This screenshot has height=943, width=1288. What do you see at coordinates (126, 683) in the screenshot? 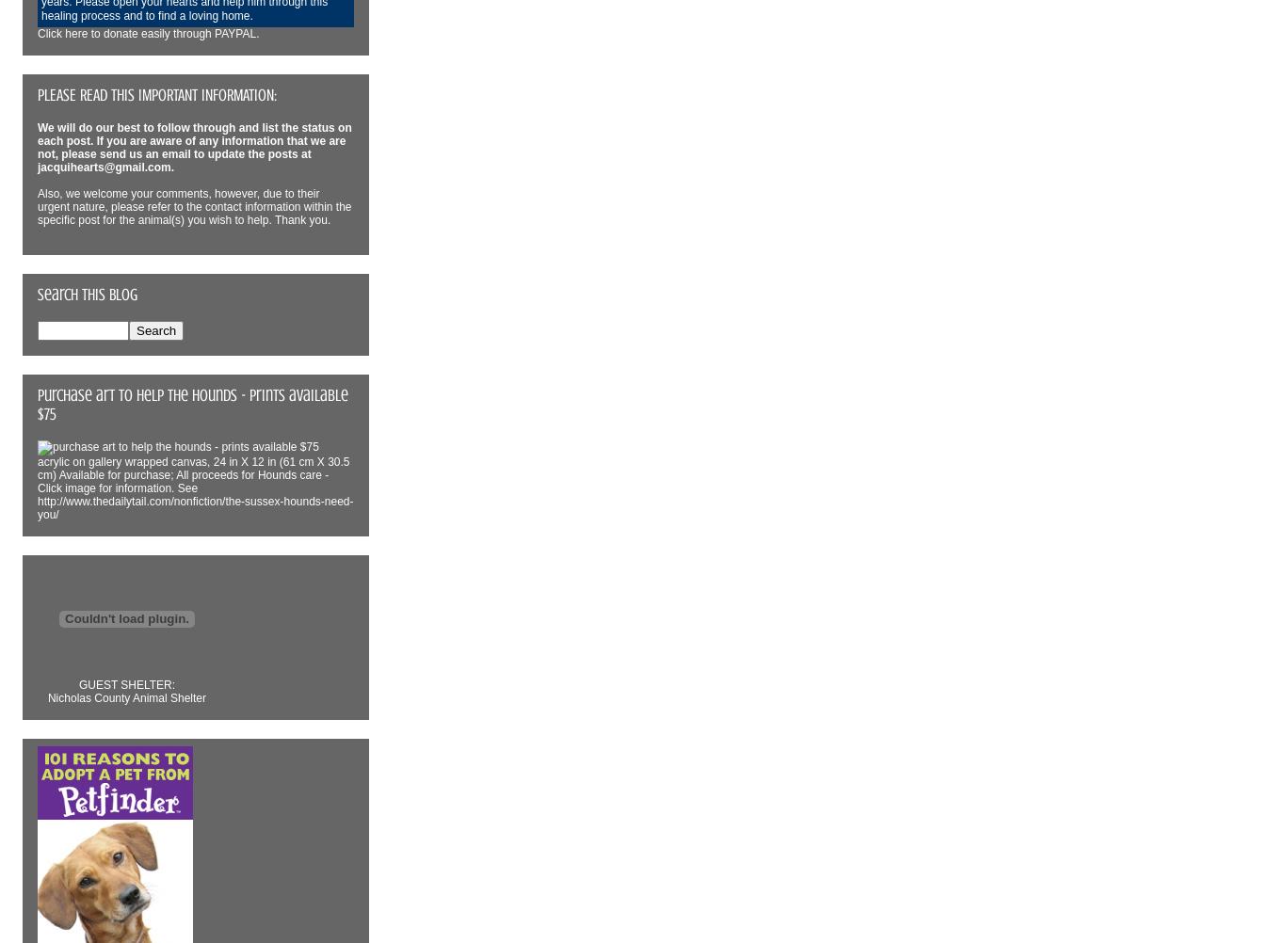
I see `'GUEST SHELTER:'` at bounding box center [126, 683].